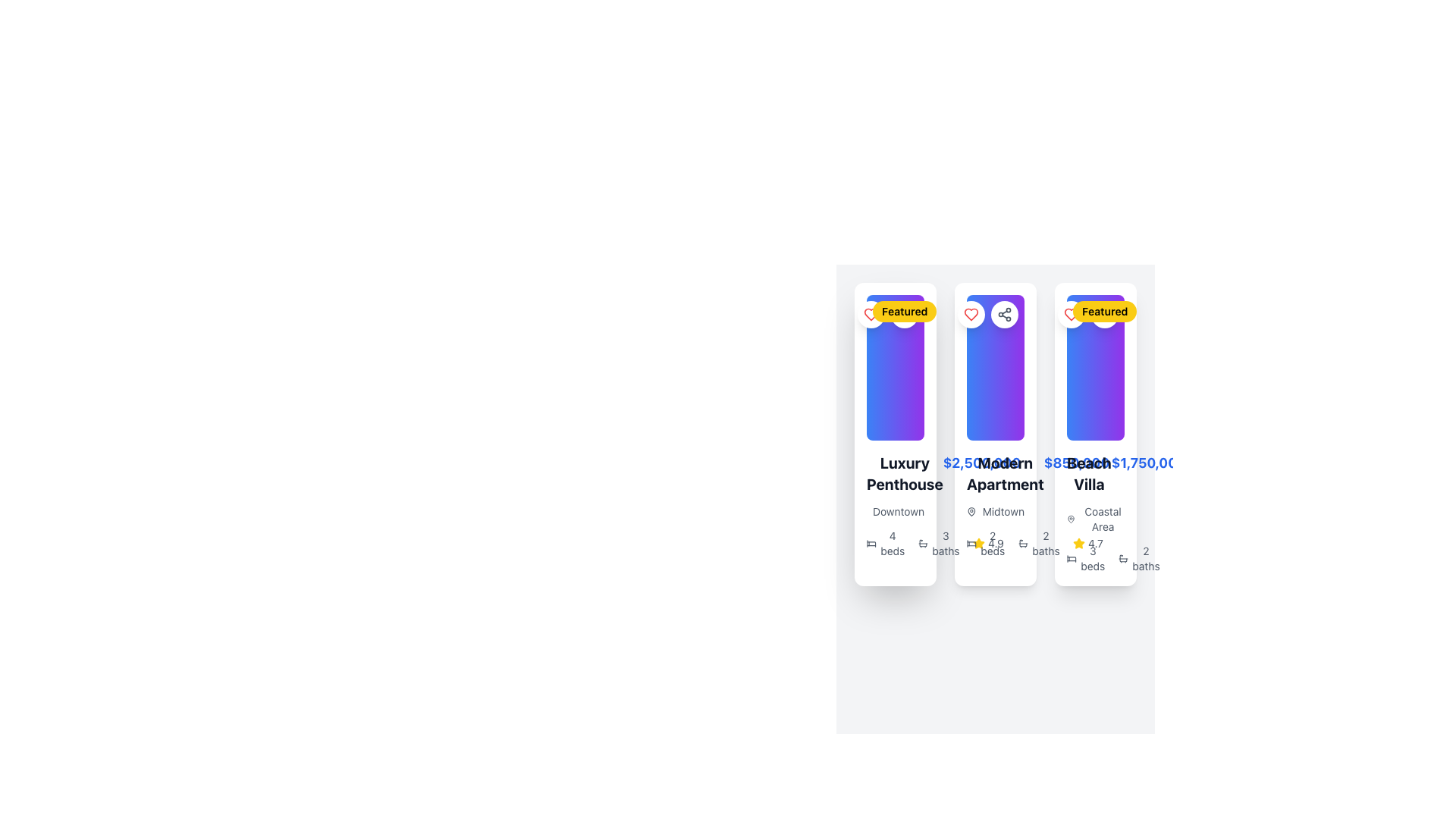  Describe the element at coordinates (971, 543) in the screenshot. I see `the small bed icon with a thin outline located within the '2 beds' label at the bottom of the 'Modern Apartment' card` at that location.